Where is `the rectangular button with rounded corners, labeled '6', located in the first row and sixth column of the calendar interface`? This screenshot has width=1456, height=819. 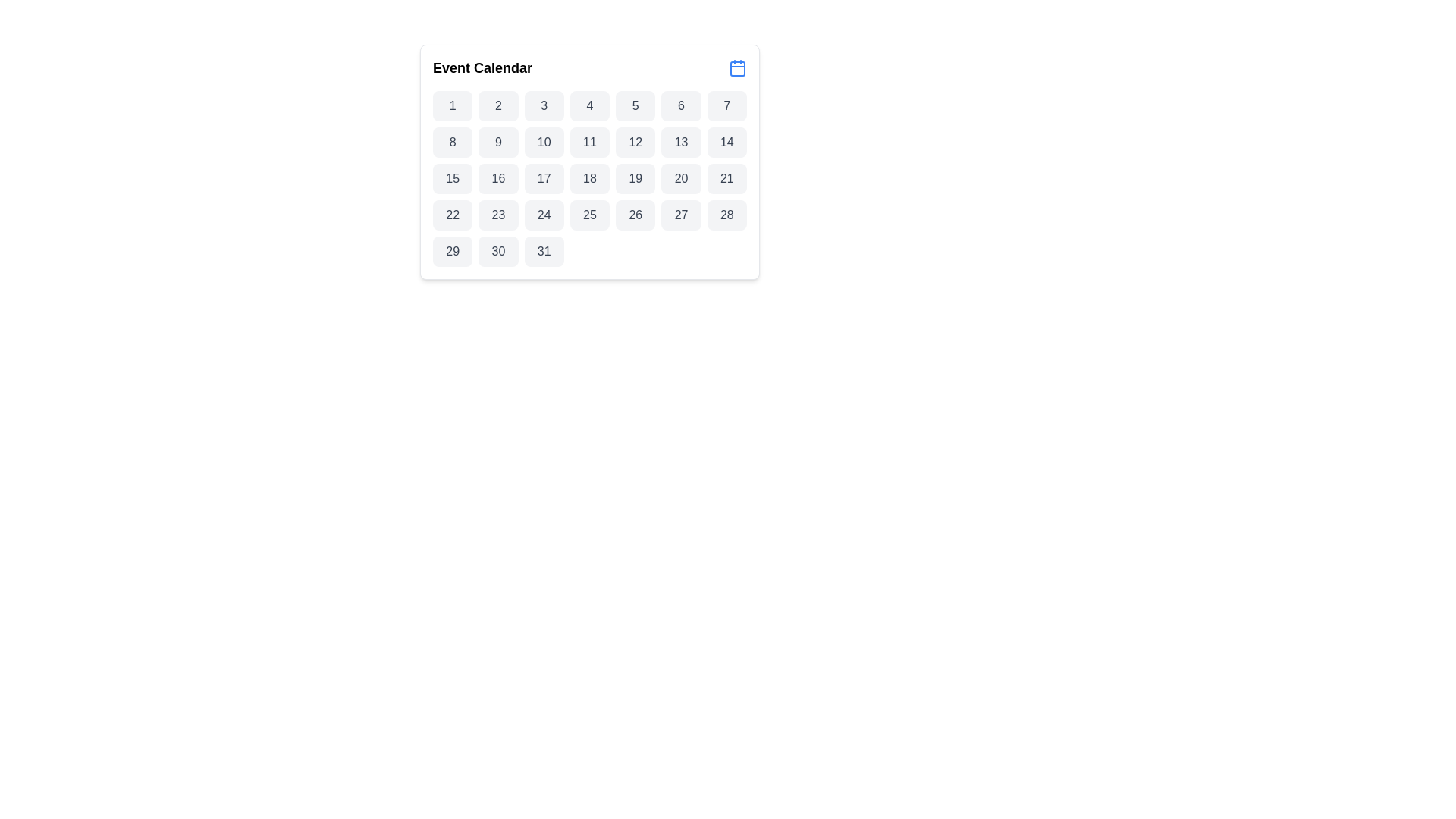
the rectangular button with rounded corners, labeled '6', located in the first row and sixth column of the calendar interface is located at coordinates (680, 105).